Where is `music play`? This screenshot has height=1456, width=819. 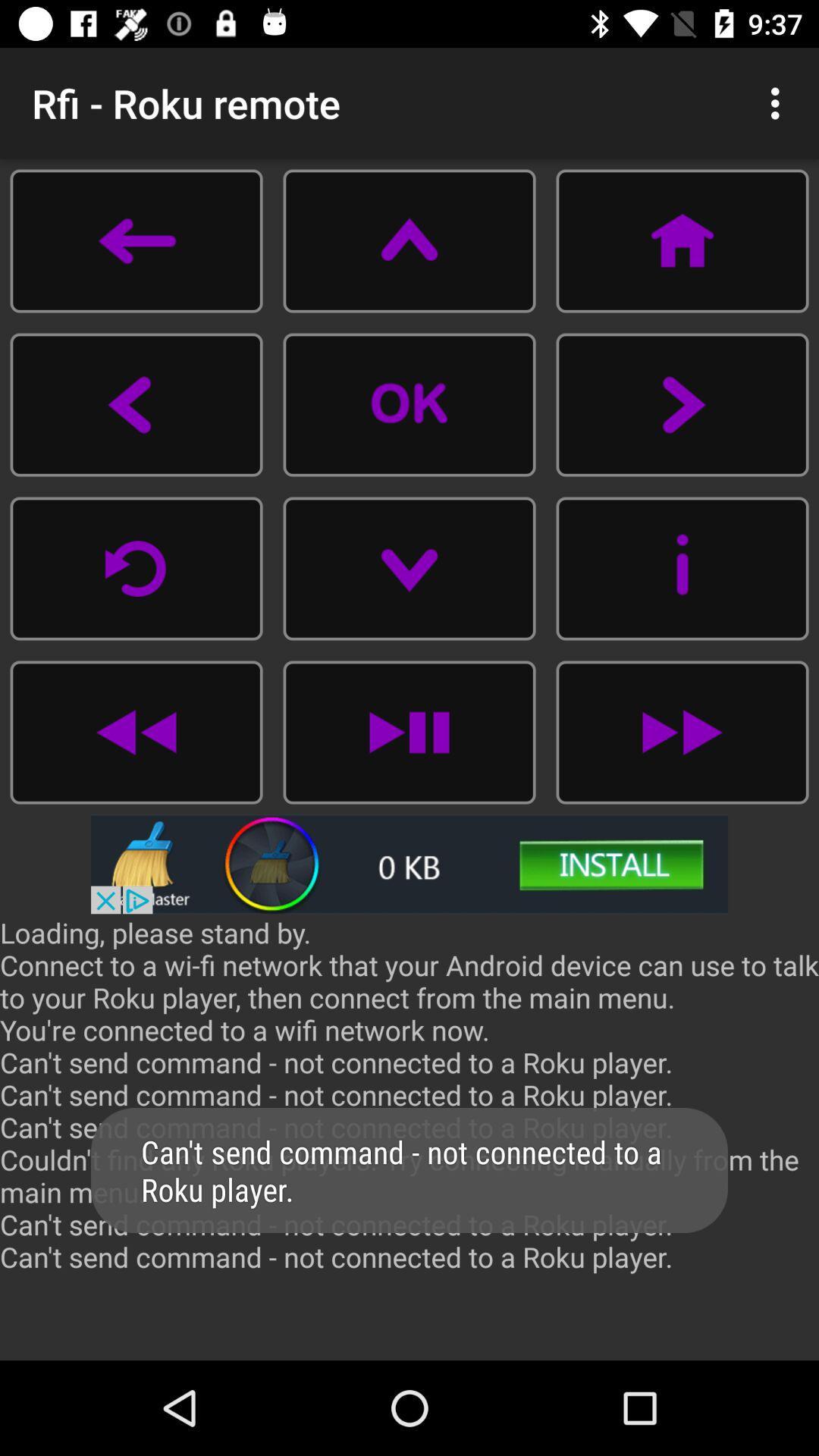
music play is located at coordinates (681, 732).